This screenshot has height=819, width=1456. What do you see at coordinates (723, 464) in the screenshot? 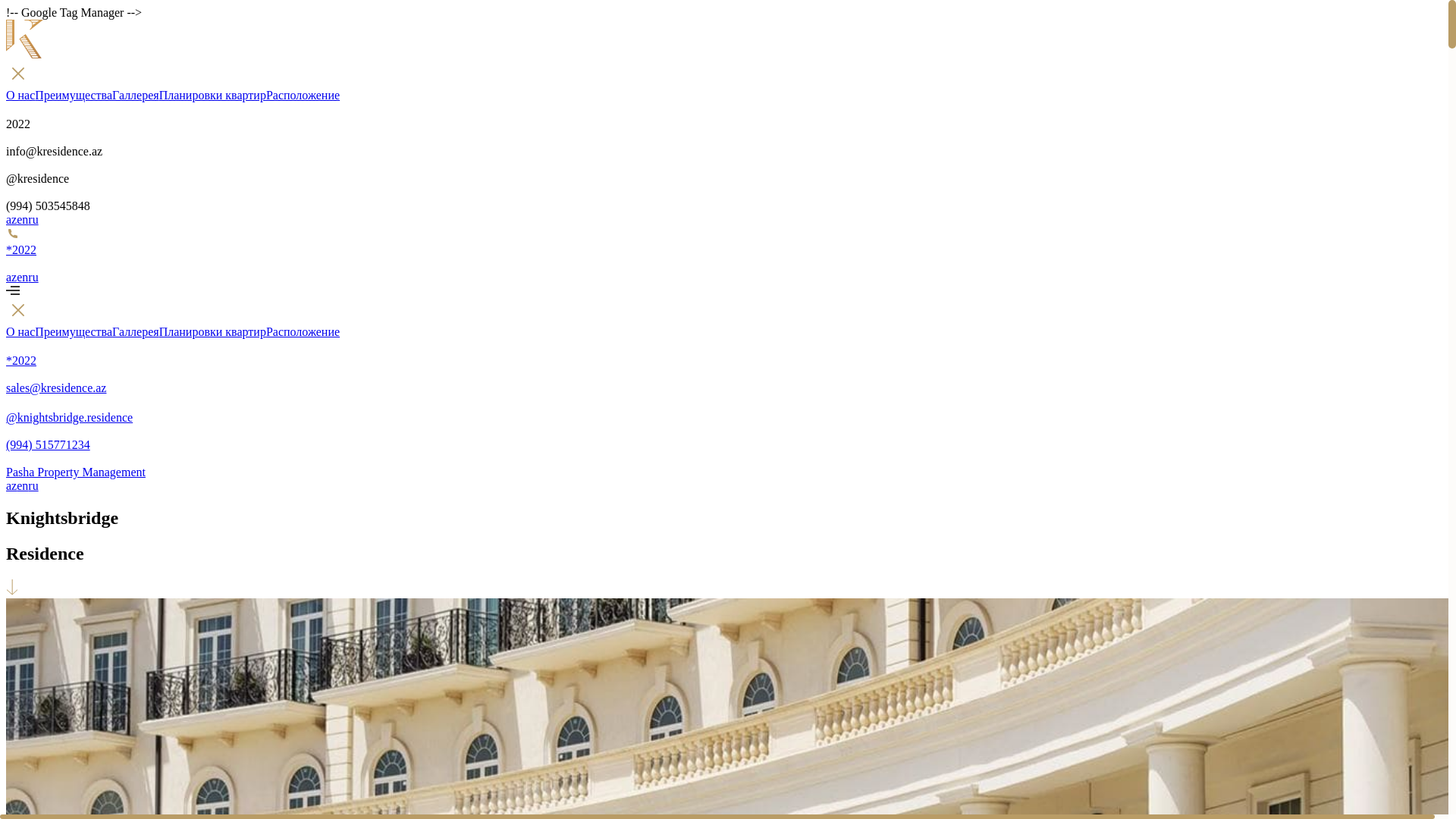
I see `'Pasha Property Management'` at bounding box center [723, 464].